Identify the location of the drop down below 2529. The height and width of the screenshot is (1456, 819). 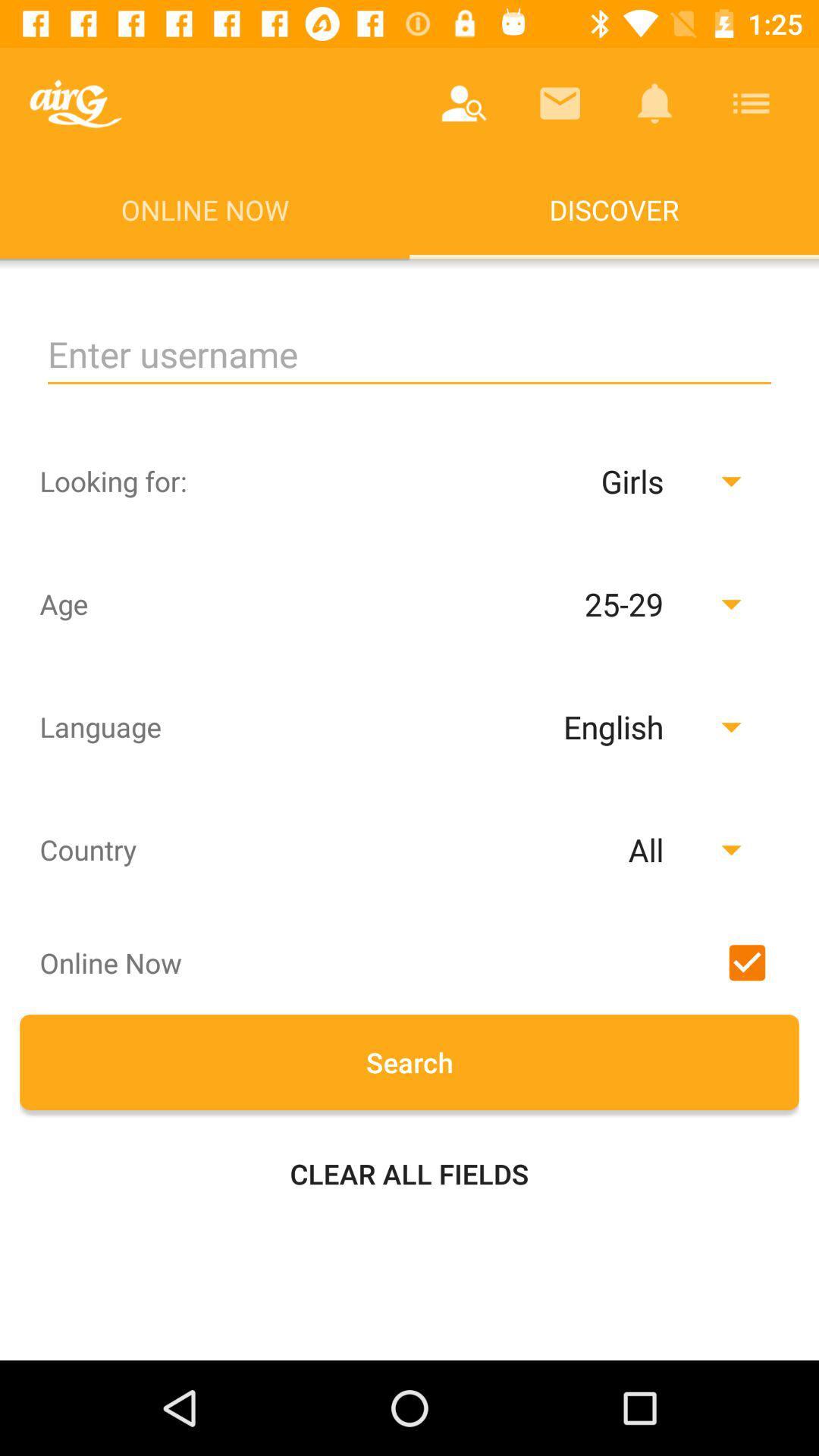
(576, 726).